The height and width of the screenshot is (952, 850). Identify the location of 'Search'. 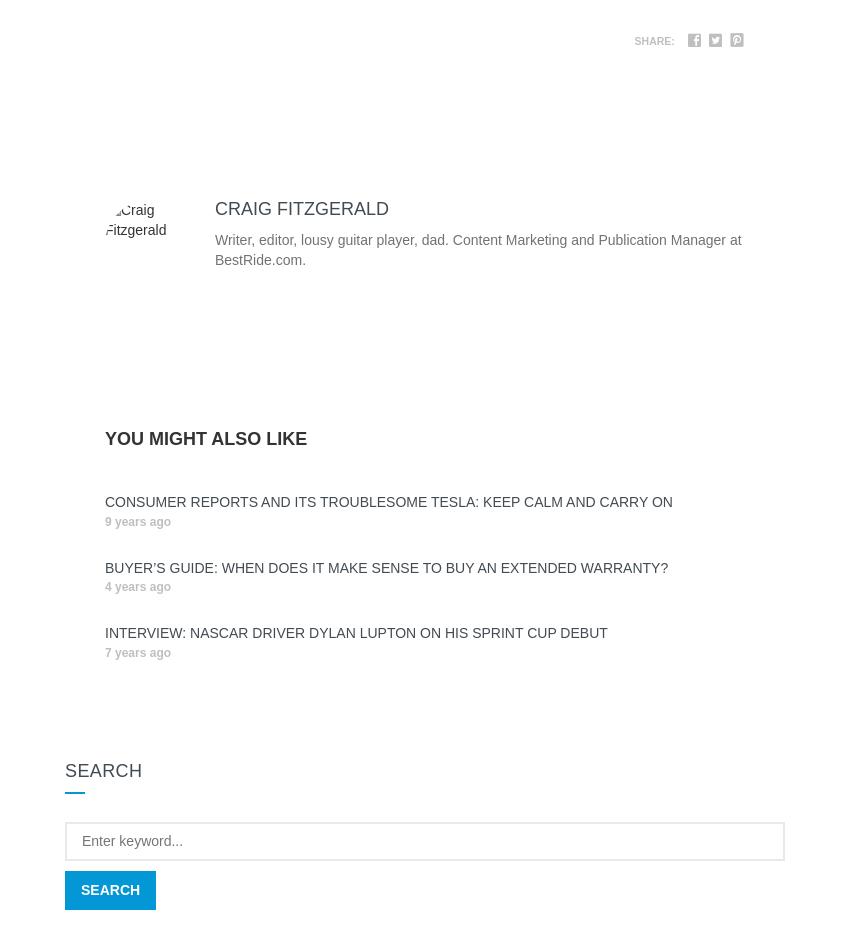
(65, 769).